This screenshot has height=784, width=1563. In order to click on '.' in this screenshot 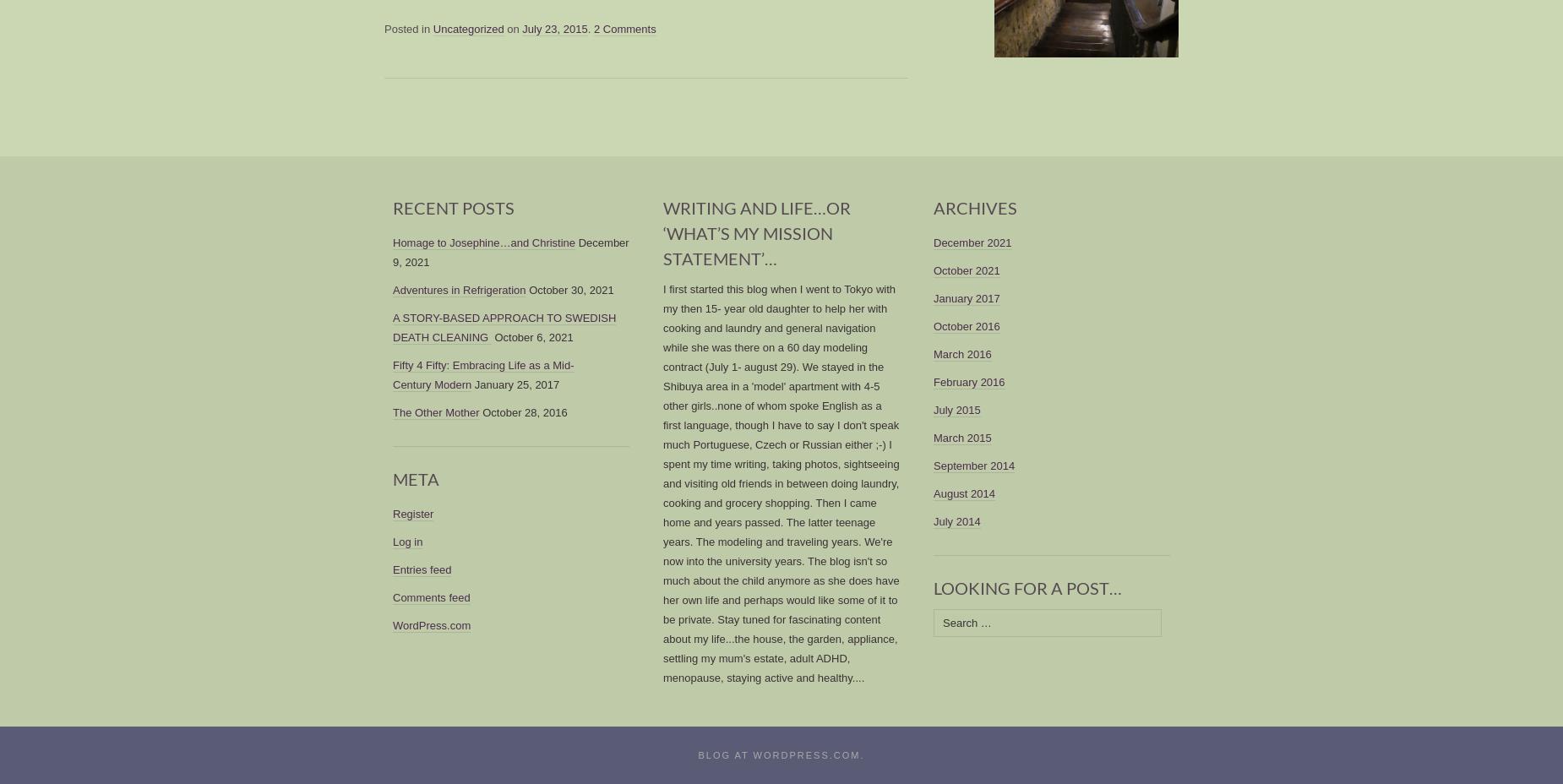, I will do `click(587, 28)`.